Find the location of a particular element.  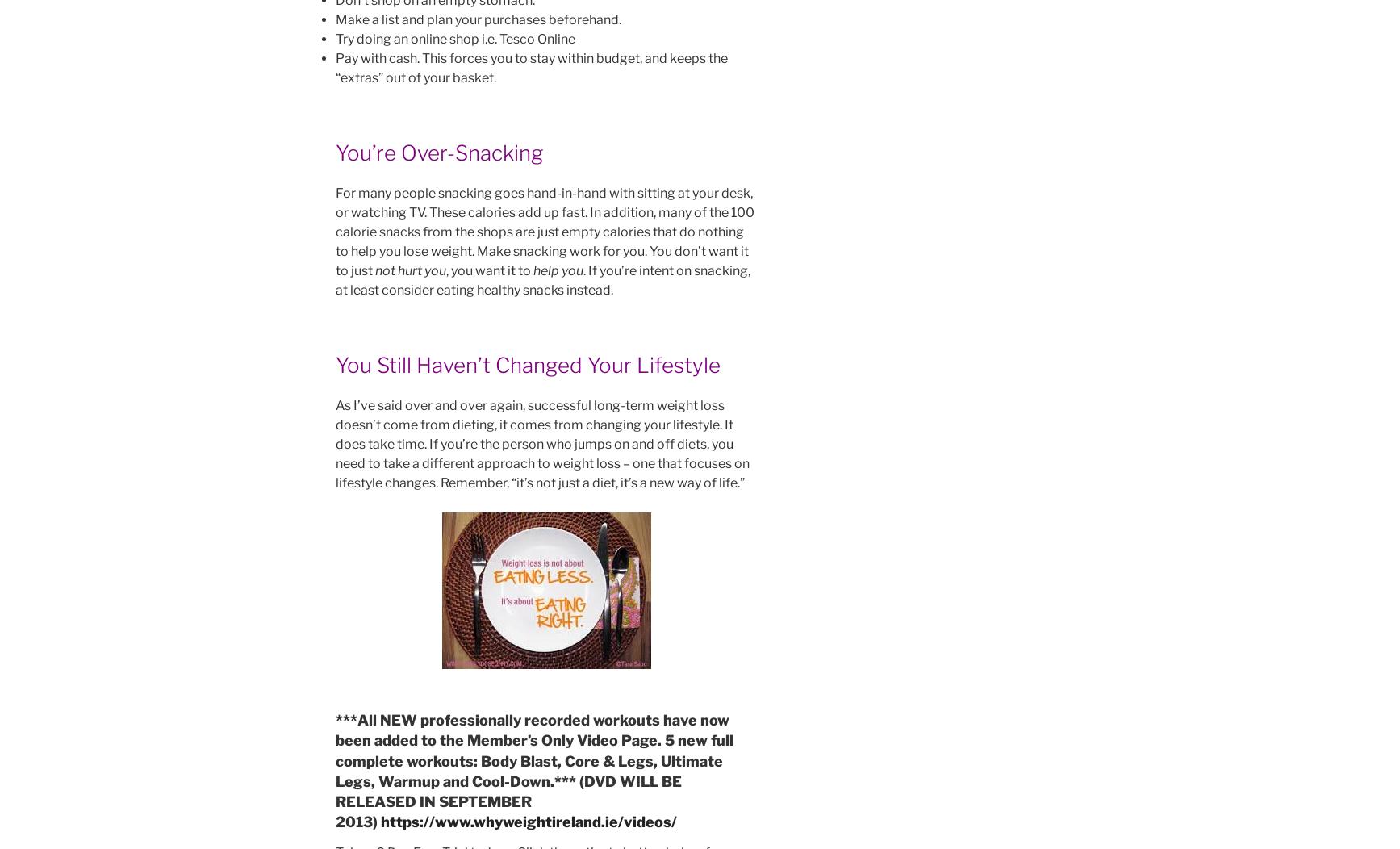

'. If you’re intent on snacking, at least consider eating healthy snacks instead.' is located at coordinates (541, 279).